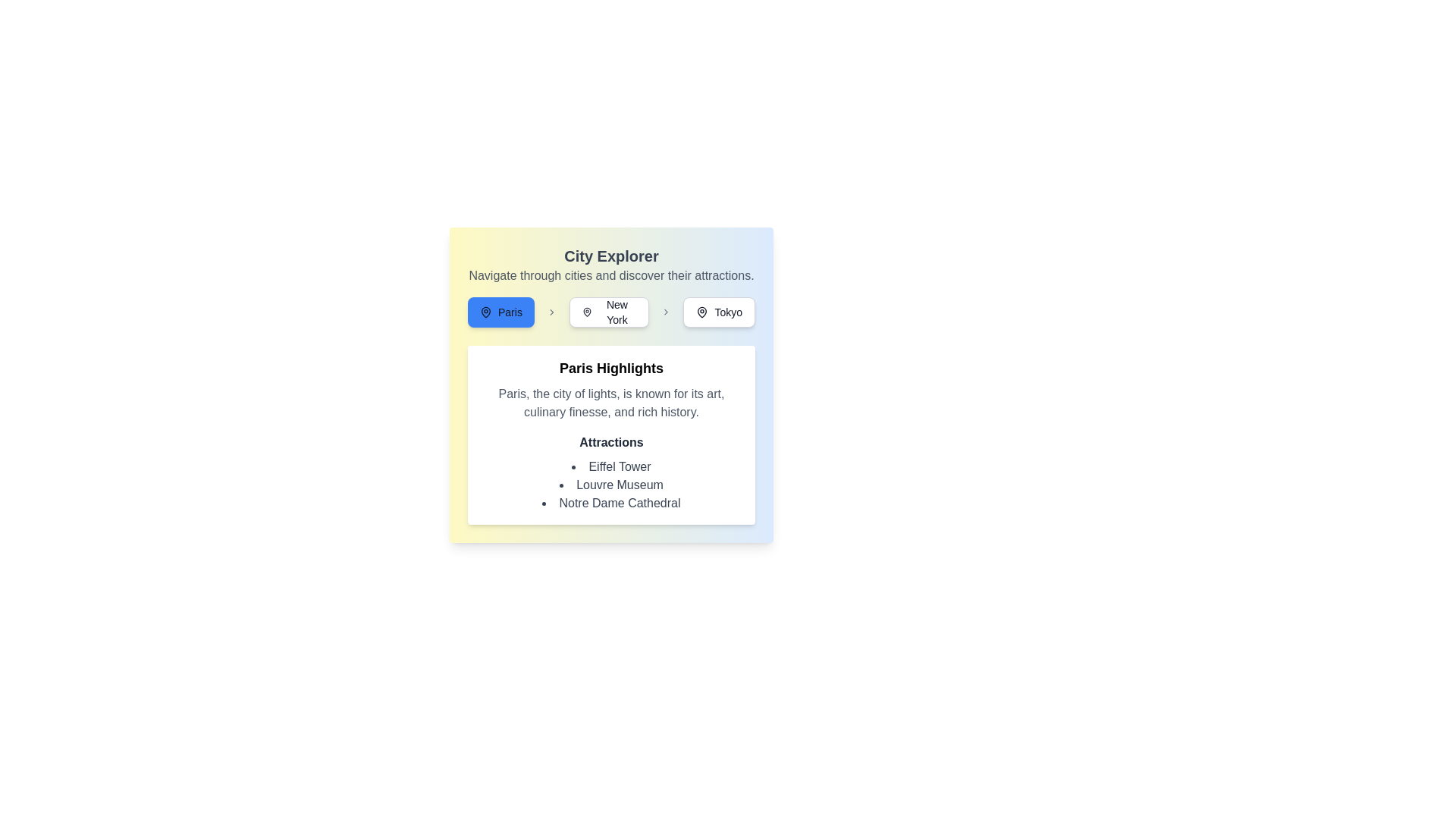  What do you see at coordinates (718, 312) in the screenshot?
I see `the Tokyo city button in the horizontal list of city buttons` at bounding box center [718, 312].